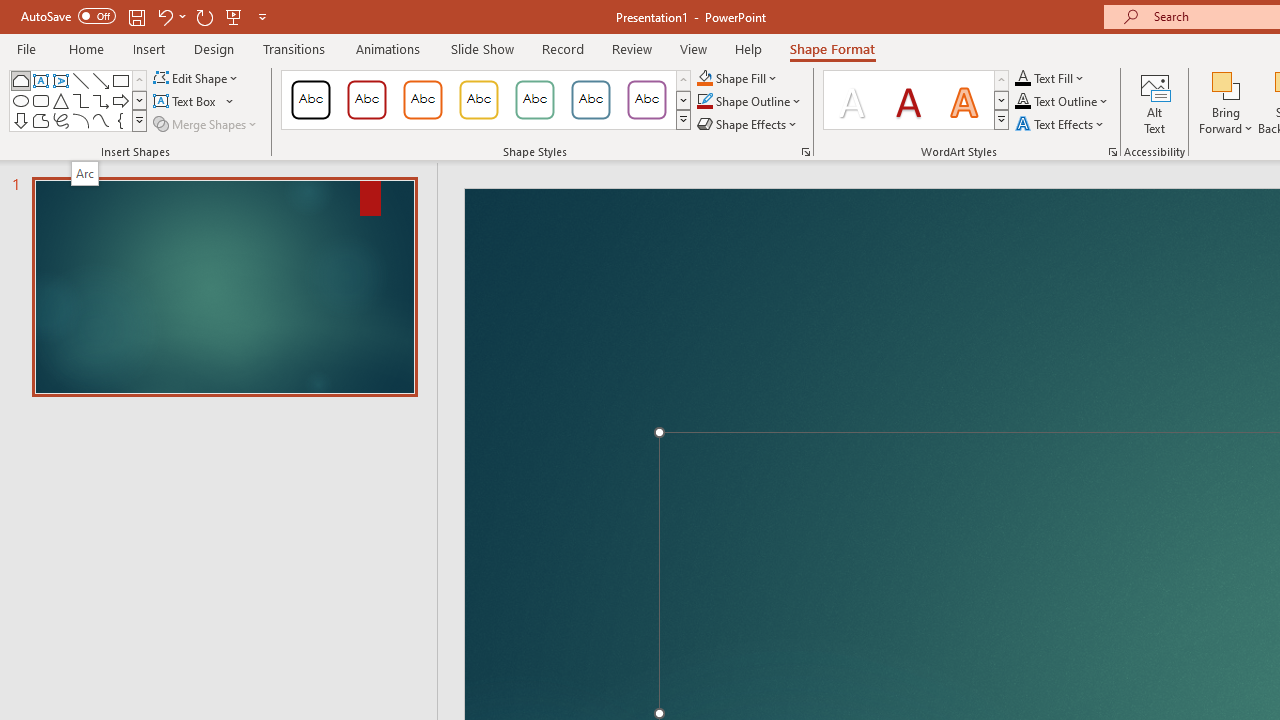 This screenshot has height=720, width=1280. What do you see at coordinates (206, 124) in the screenshot?
I see `'Merge Shapes'` at bounding box center [206, 124].